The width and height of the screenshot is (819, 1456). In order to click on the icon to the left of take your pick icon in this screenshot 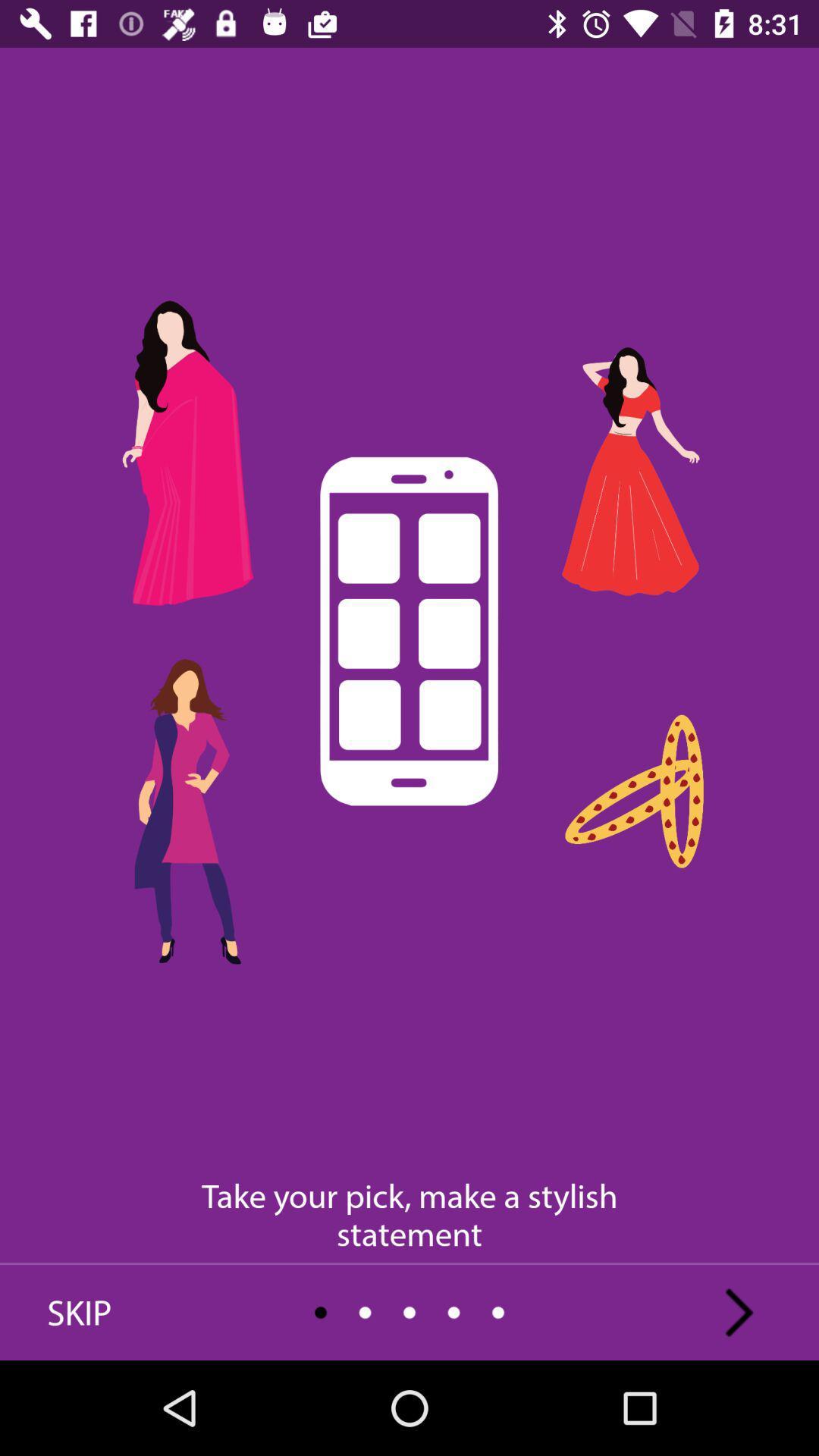, I will do `click(79, 1312)`.